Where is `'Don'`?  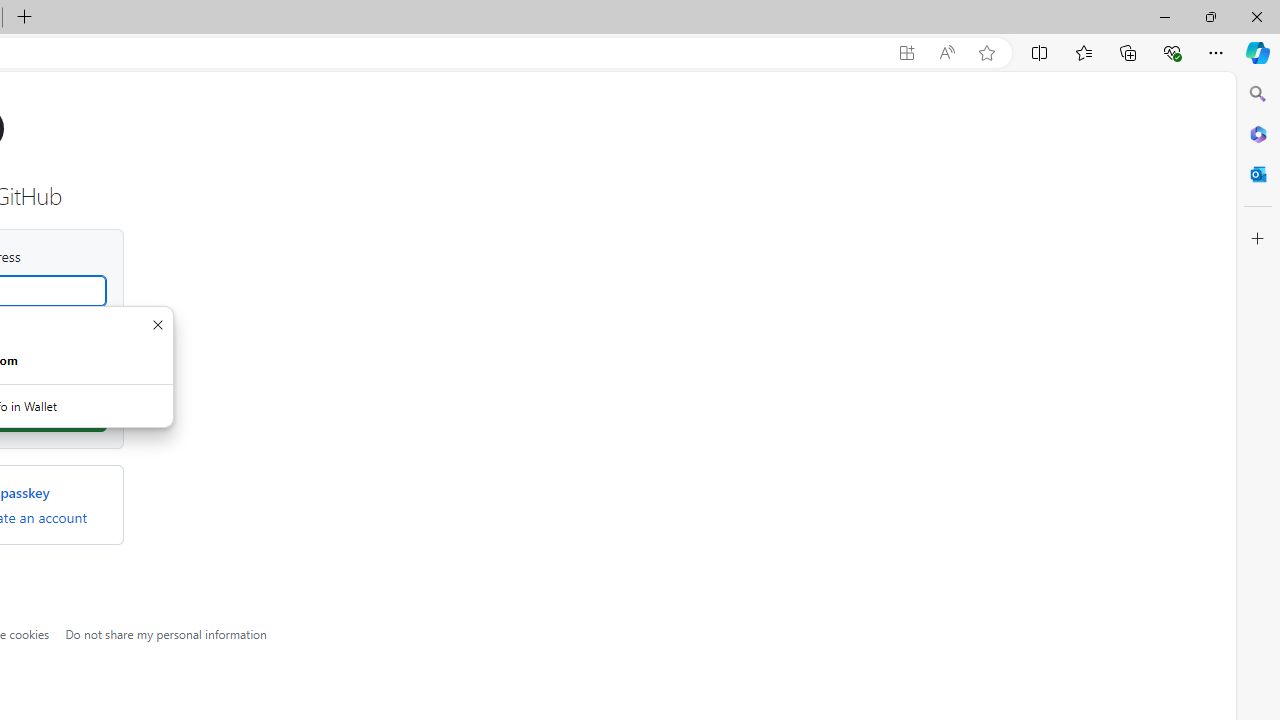 'Don' is located at coordinates (156, 324).